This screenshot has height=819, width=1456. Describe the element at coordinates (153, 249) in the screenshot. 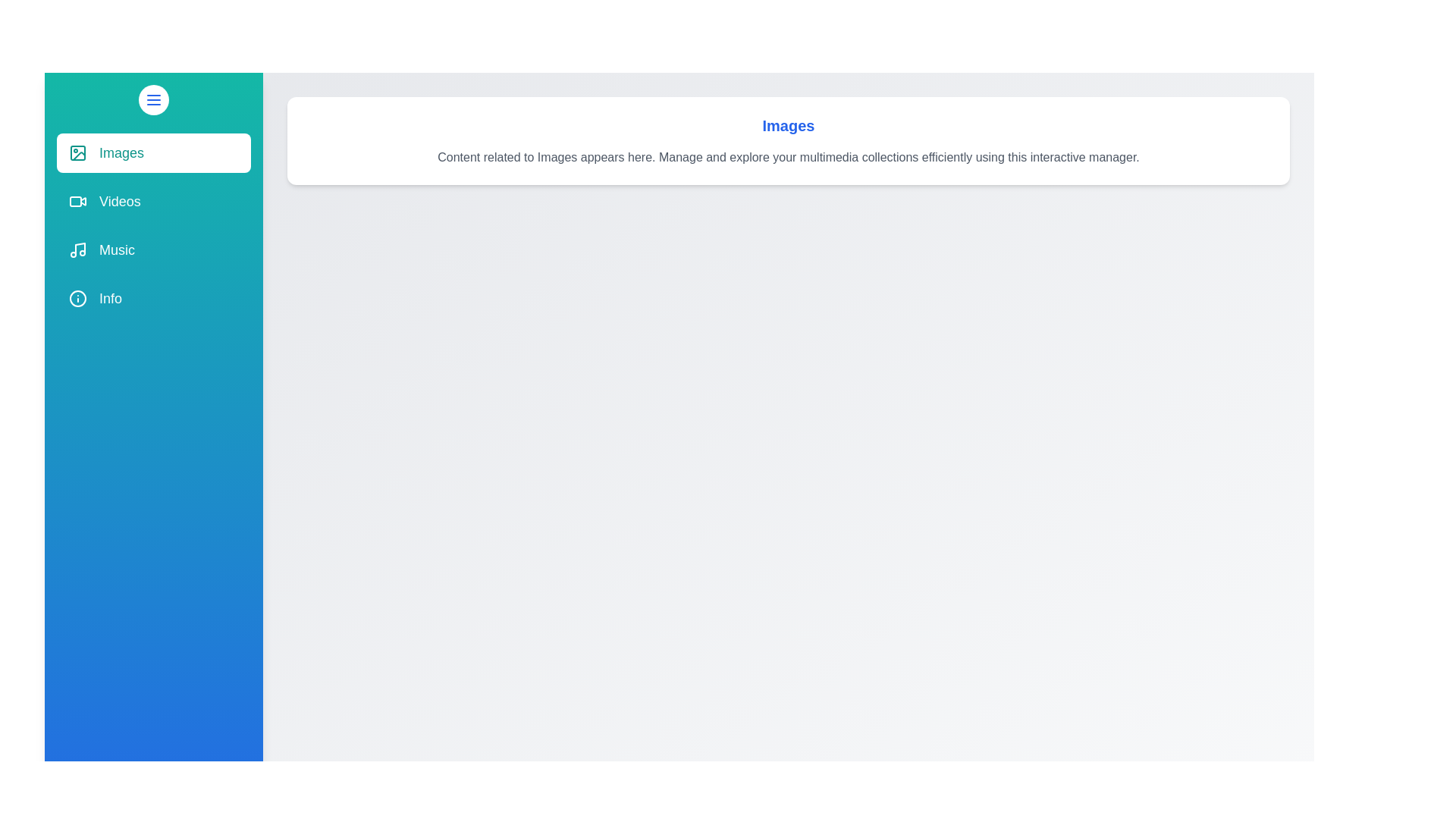

I see `the section Music to select it` at that location.